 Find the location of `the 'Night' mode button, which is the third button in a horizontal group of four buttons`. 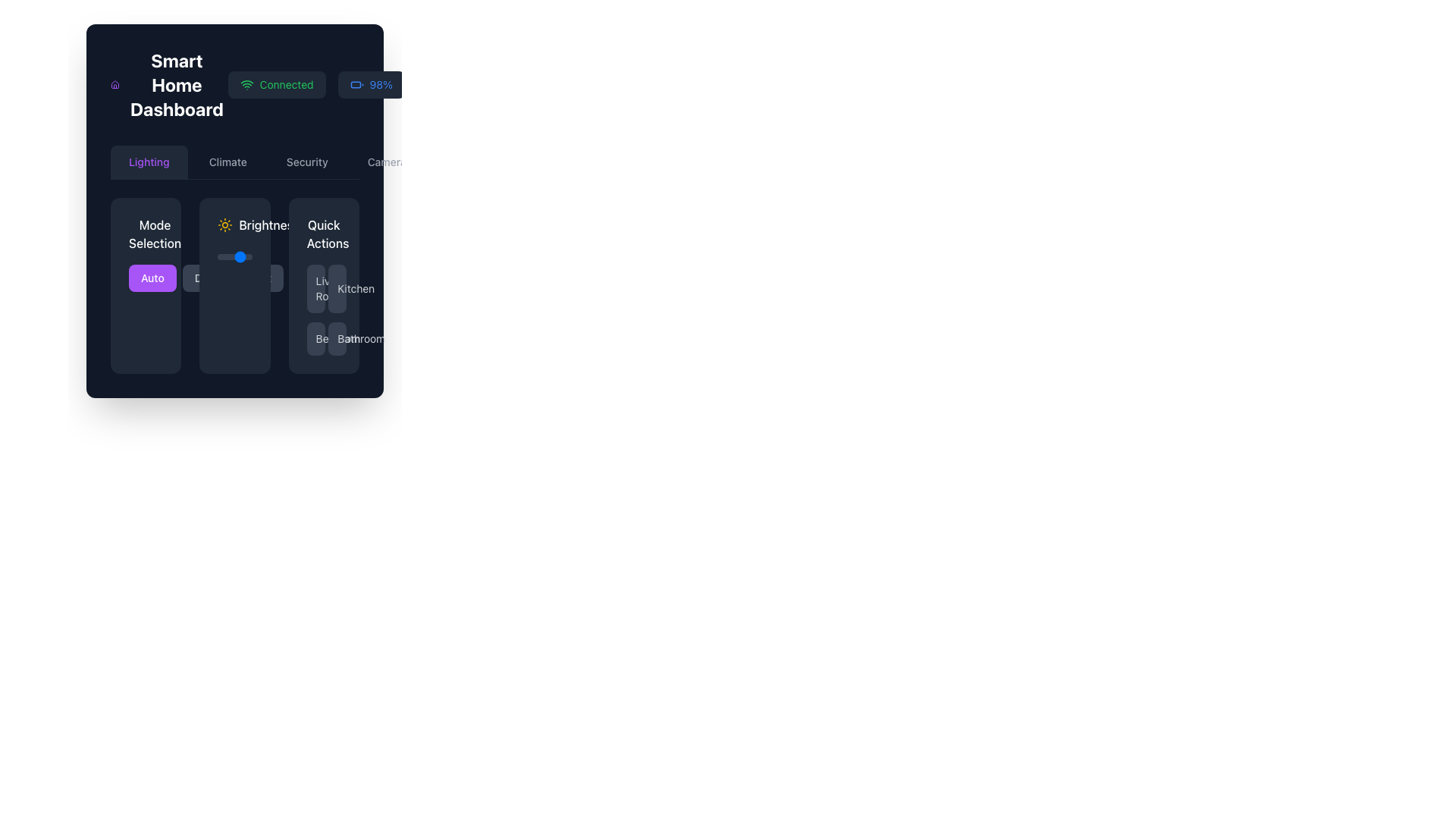

the 'Night' mode button, which is the third button in a horizontal group of four buttons is located at coordinates (258, 278).